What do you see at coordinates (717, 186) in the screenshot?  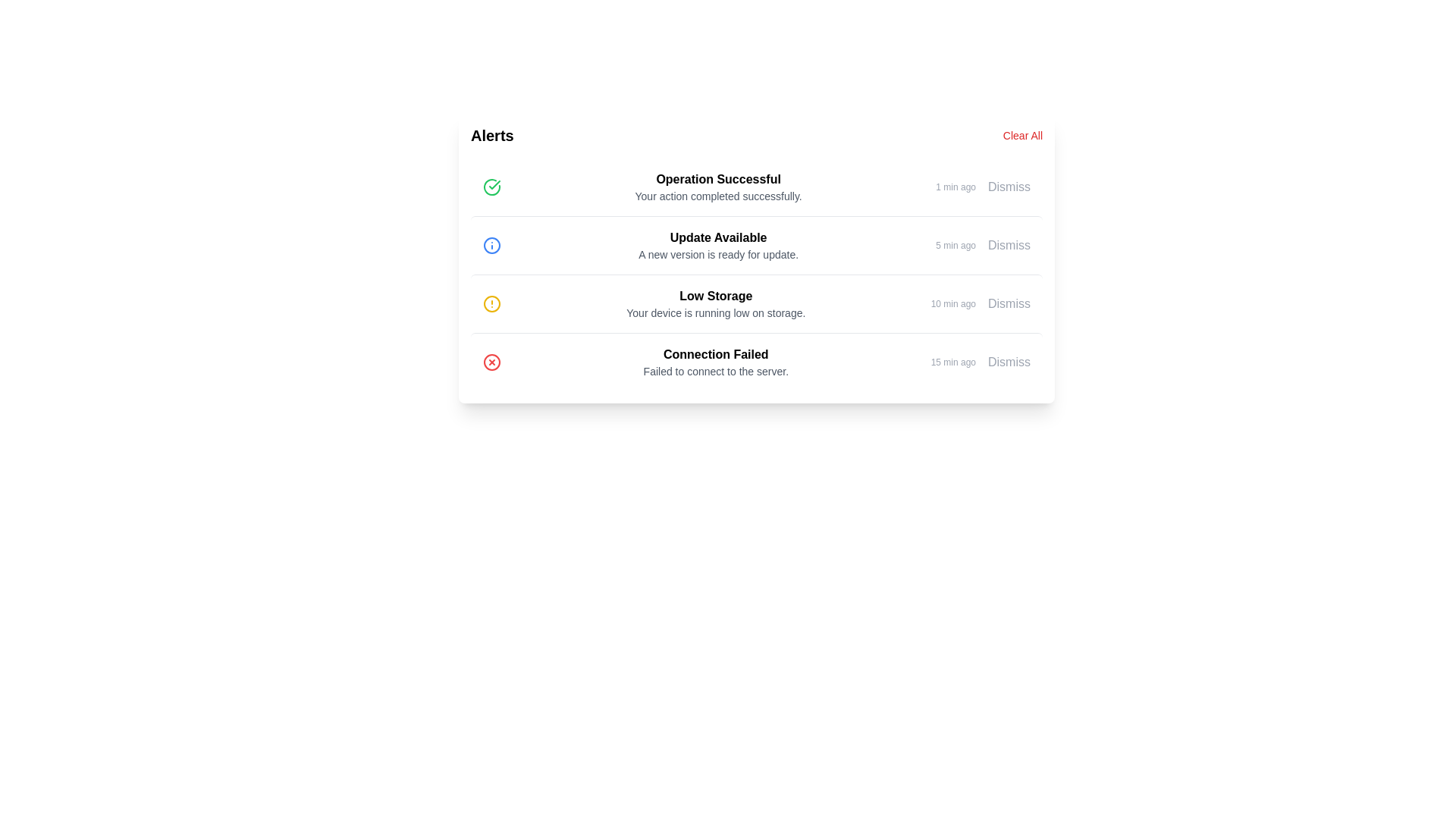 I see `informational text block within the first notification card located in the topmost row of notifications, which conveys a successful operation message to the user` at bounding box center [717, 186].